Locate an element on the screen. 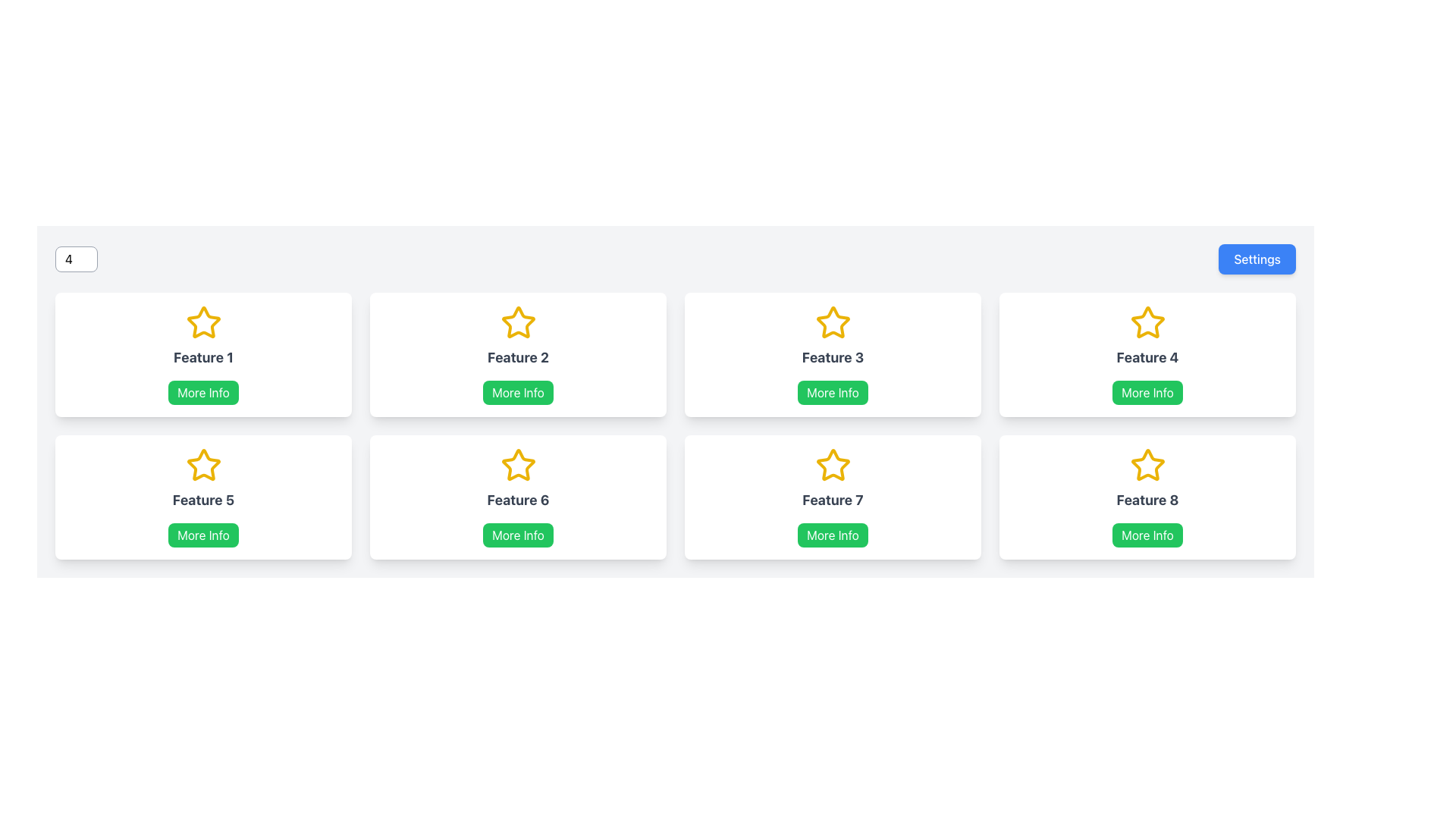 The width and height of the screenshot is (1456, 819). the text label that reads 'Feature 6', which is part of a card component located in the bottom row of a grid layout, positioned between a yellow star icon above and a green 'More Info' button below is located at coordinates (518, 500).